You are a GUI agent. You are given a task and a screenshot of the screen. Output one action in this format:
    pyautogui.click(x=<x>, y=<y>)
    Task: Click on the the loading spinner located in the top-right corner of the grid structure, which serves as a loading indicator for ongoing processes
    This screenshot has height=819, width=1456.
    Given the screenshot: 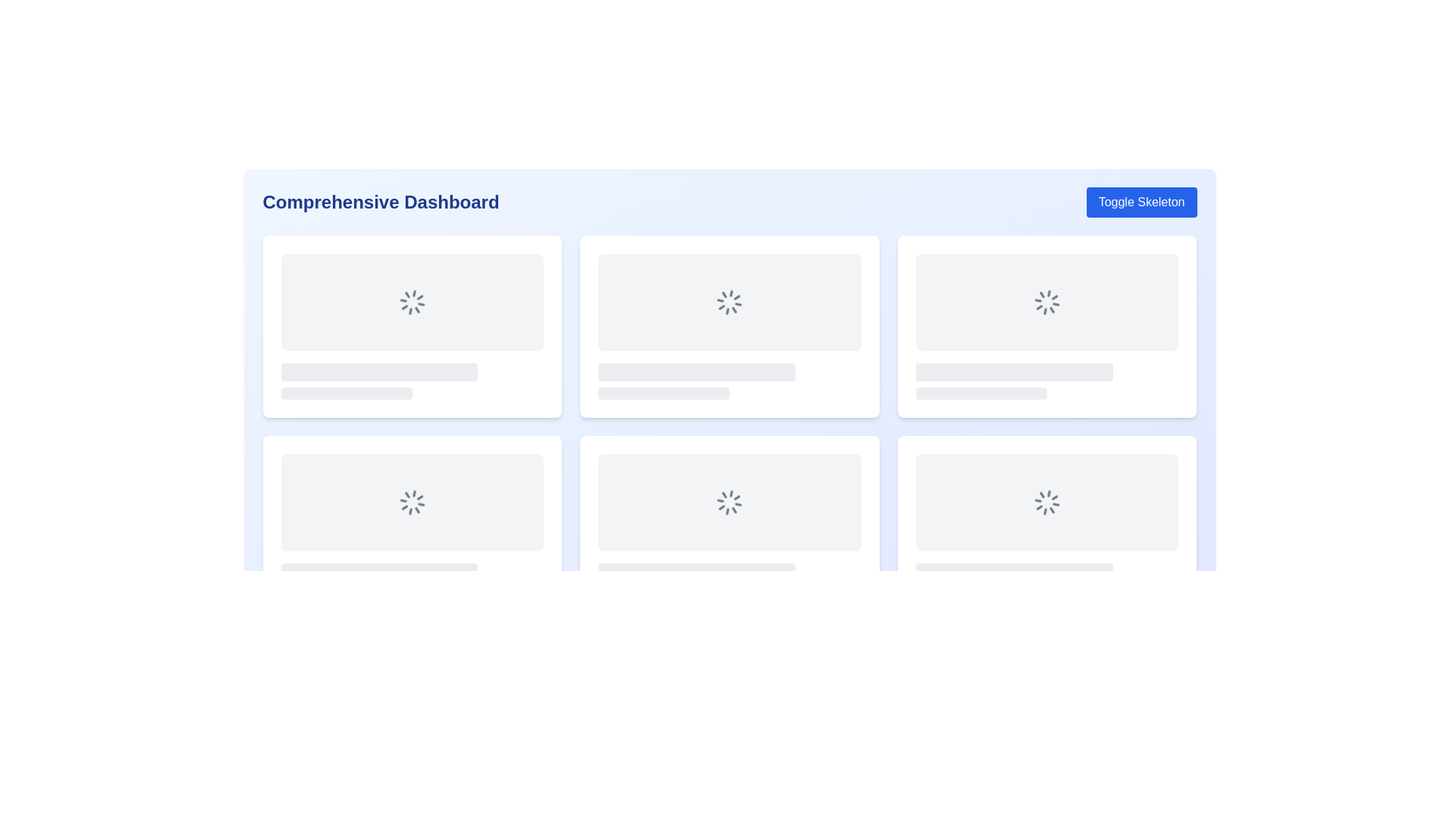 What is the action you would take?
    pyautogui.click(x=1046, y=302)
    